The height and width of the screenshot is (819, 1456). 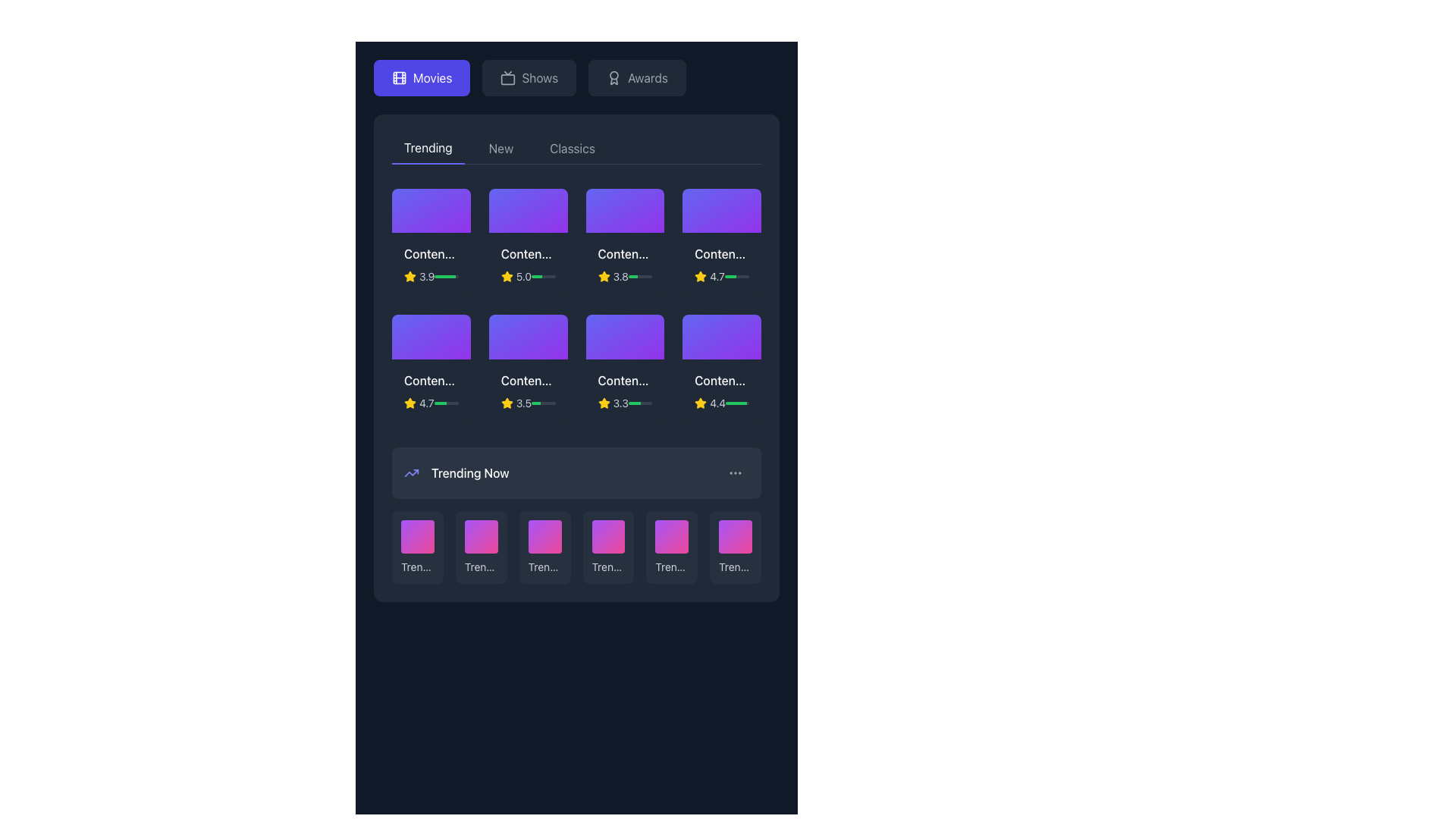 What do you see at coordinates (516, 277) in the screenshot?
I see `the star icon and rating number element displaying '5.0' in the second movie content card of the 'Trending' section` at bounding box center [516, 277].